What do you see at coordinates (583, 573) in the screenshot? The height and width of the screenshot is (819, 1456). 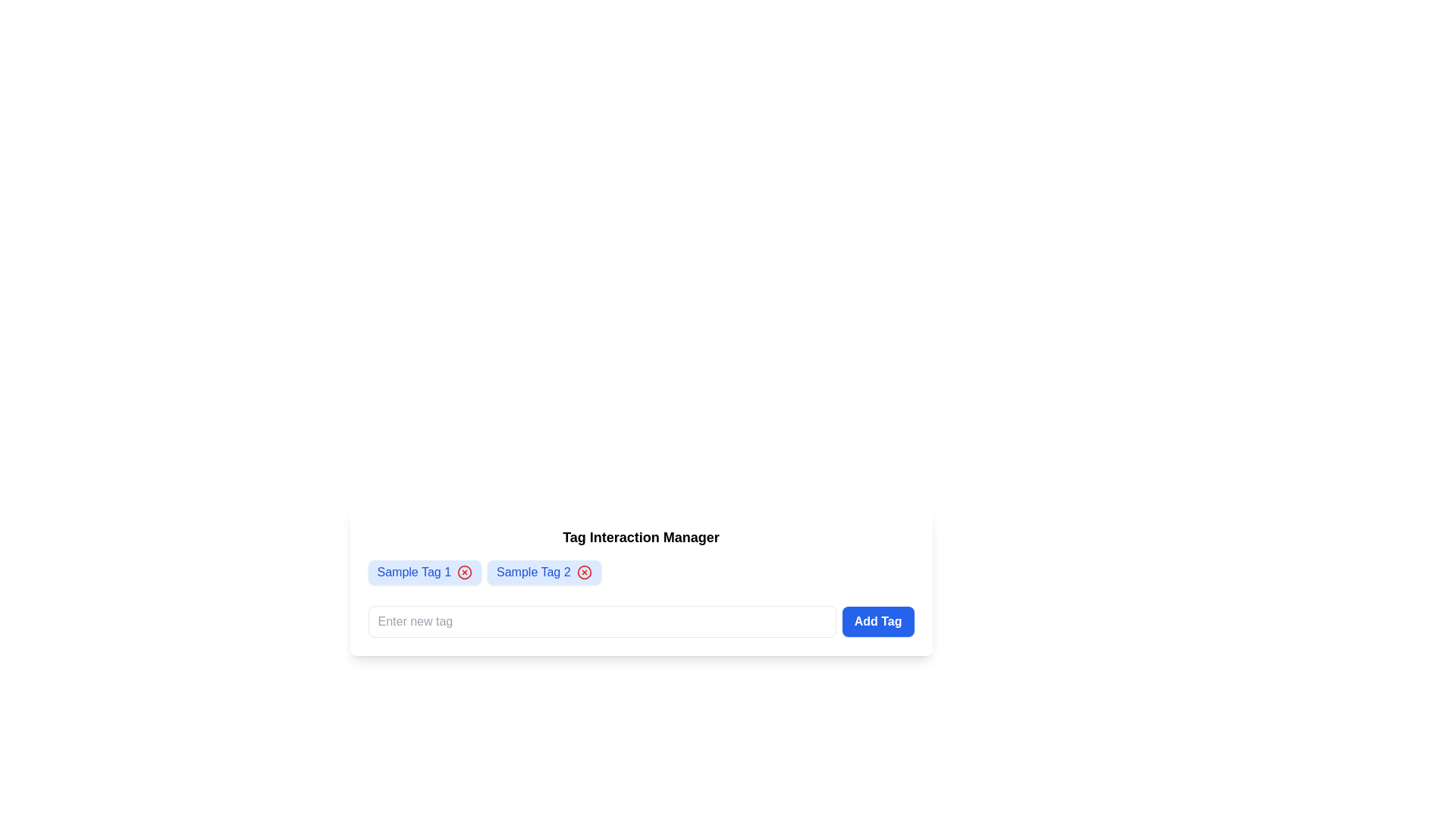 I see `the small circular red close button located to the right of the 'Sample Tag 2' label` at bounding box center [583, 573].